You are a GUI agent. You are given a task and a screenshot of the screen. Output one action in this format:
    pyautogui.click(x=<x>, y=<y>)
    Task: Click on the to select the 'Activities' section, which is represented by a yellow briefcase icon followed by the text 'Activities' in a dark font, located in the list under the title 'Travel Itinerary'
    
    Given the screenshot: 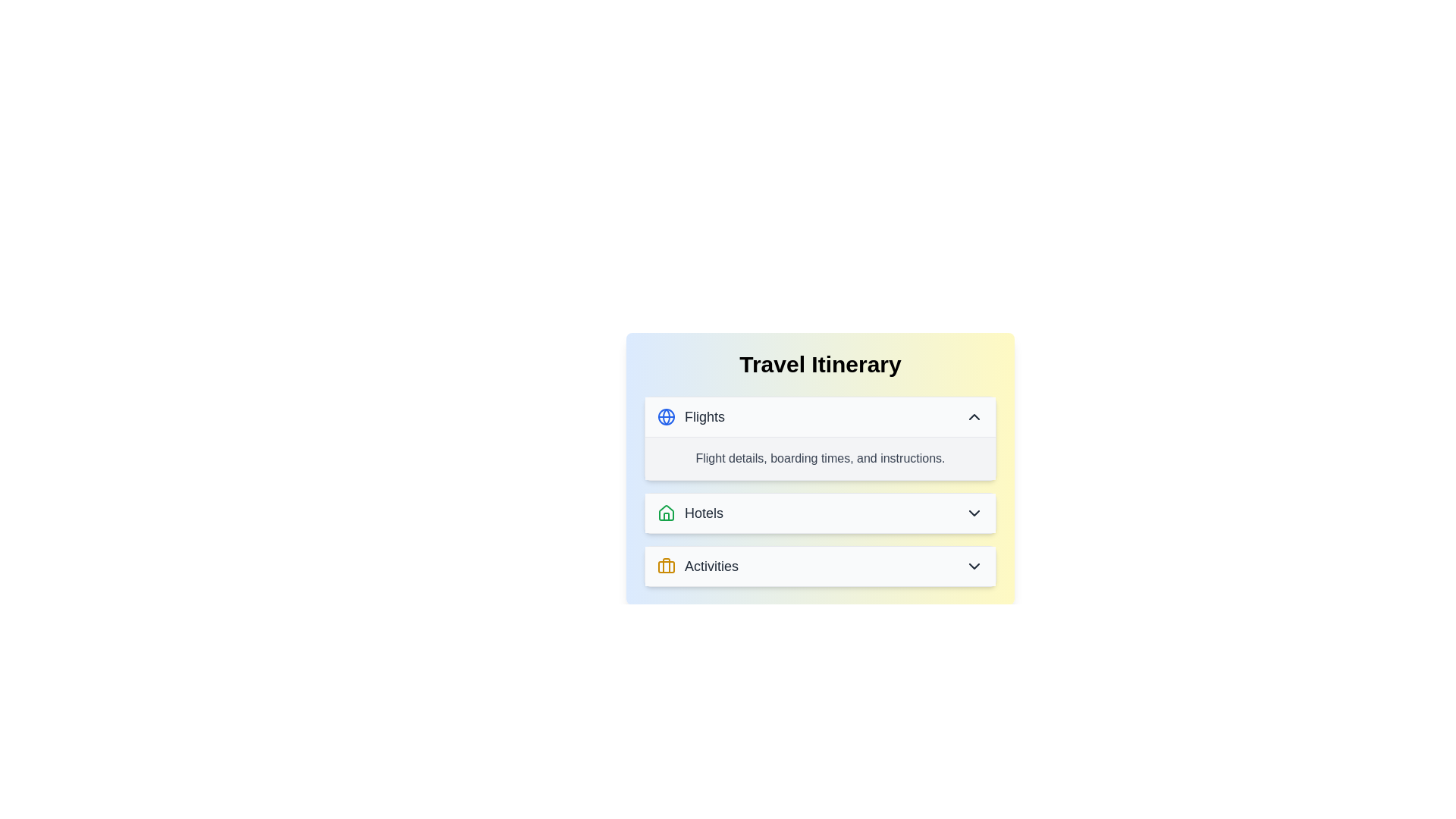 What is the action you would take?
    pyautogui.click(x=697, y=566)
    